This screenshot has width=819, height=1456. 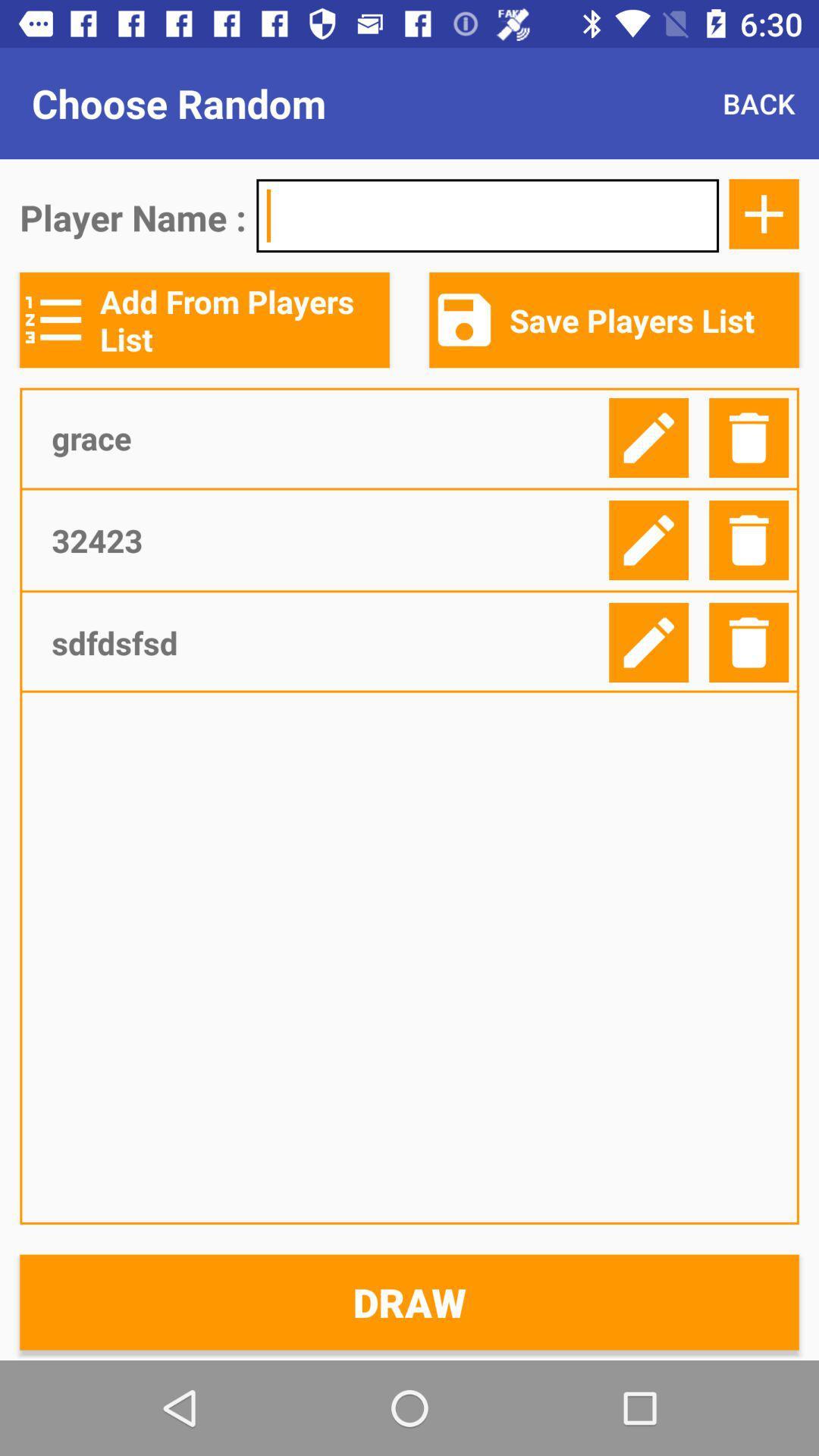 I want to click on edit player, so click(x=648, y=540).